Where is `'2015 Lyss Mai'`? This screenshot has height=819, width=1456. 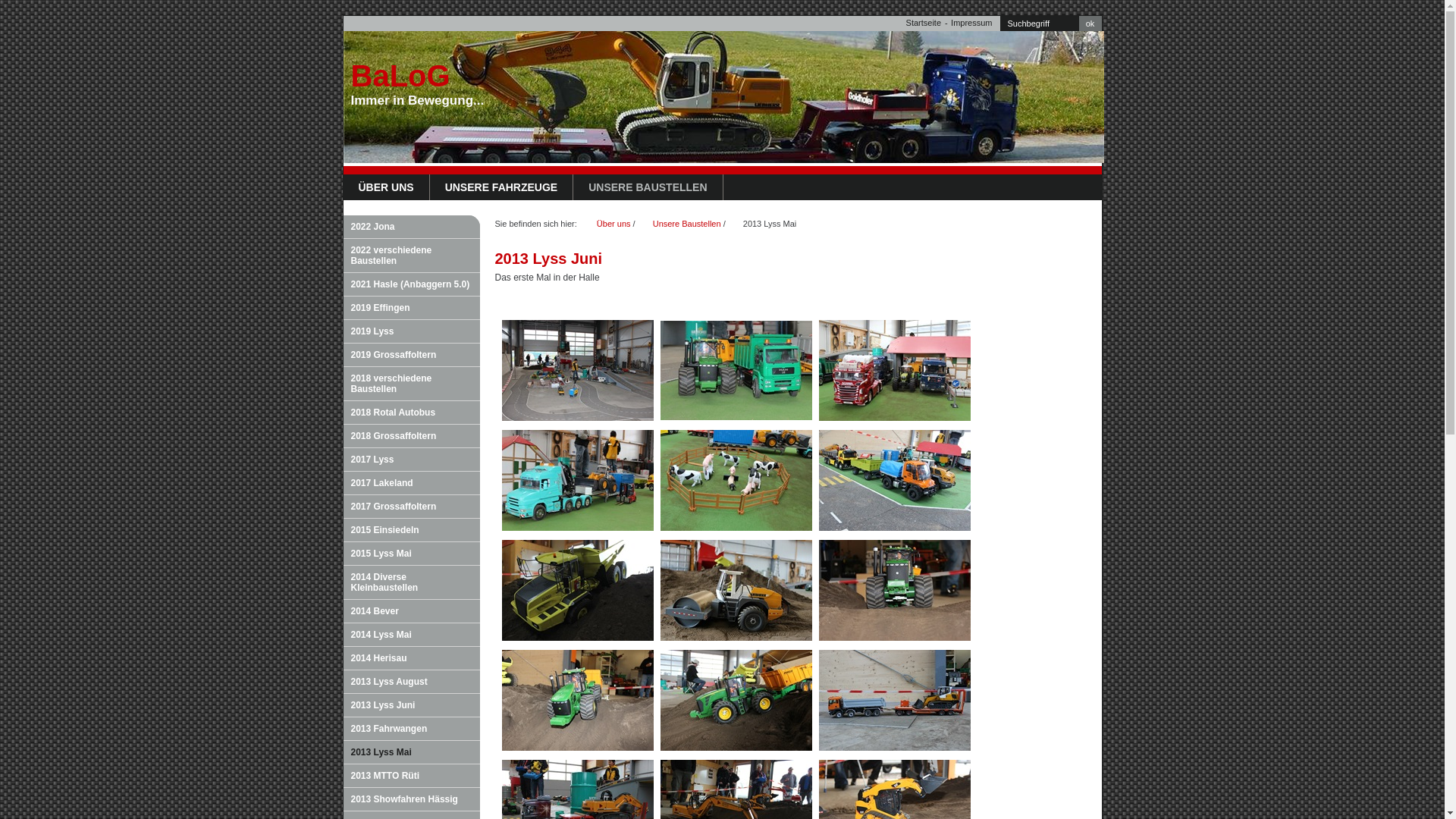
'2015 Lyss Mai' is located at coordinates (411, 554).